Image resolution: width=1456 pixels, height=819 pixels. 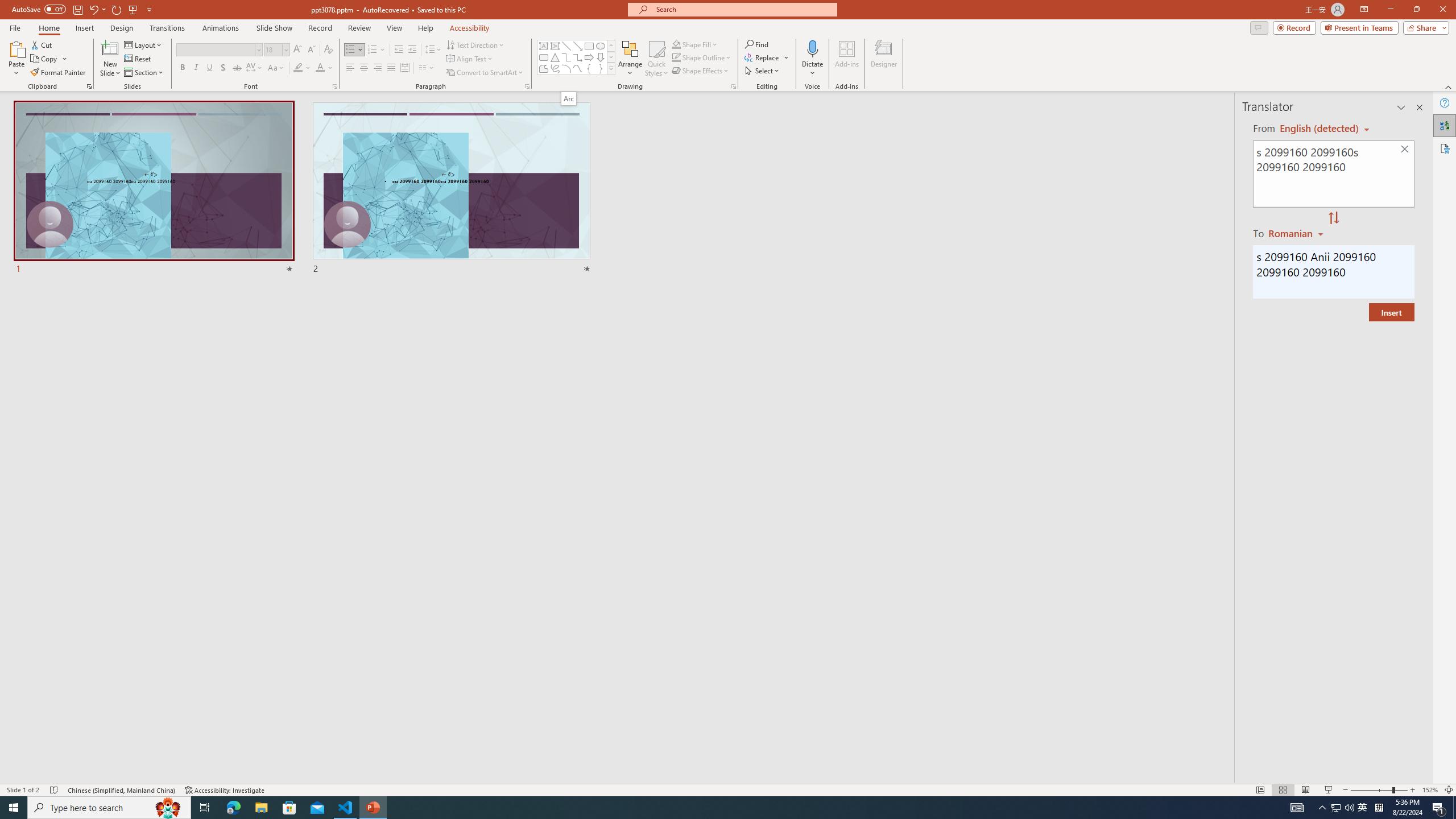 What do you see at coordinates (1296, 233) in the screenshot?
I see `'Romanian'` at bounding box center [1296, 233].